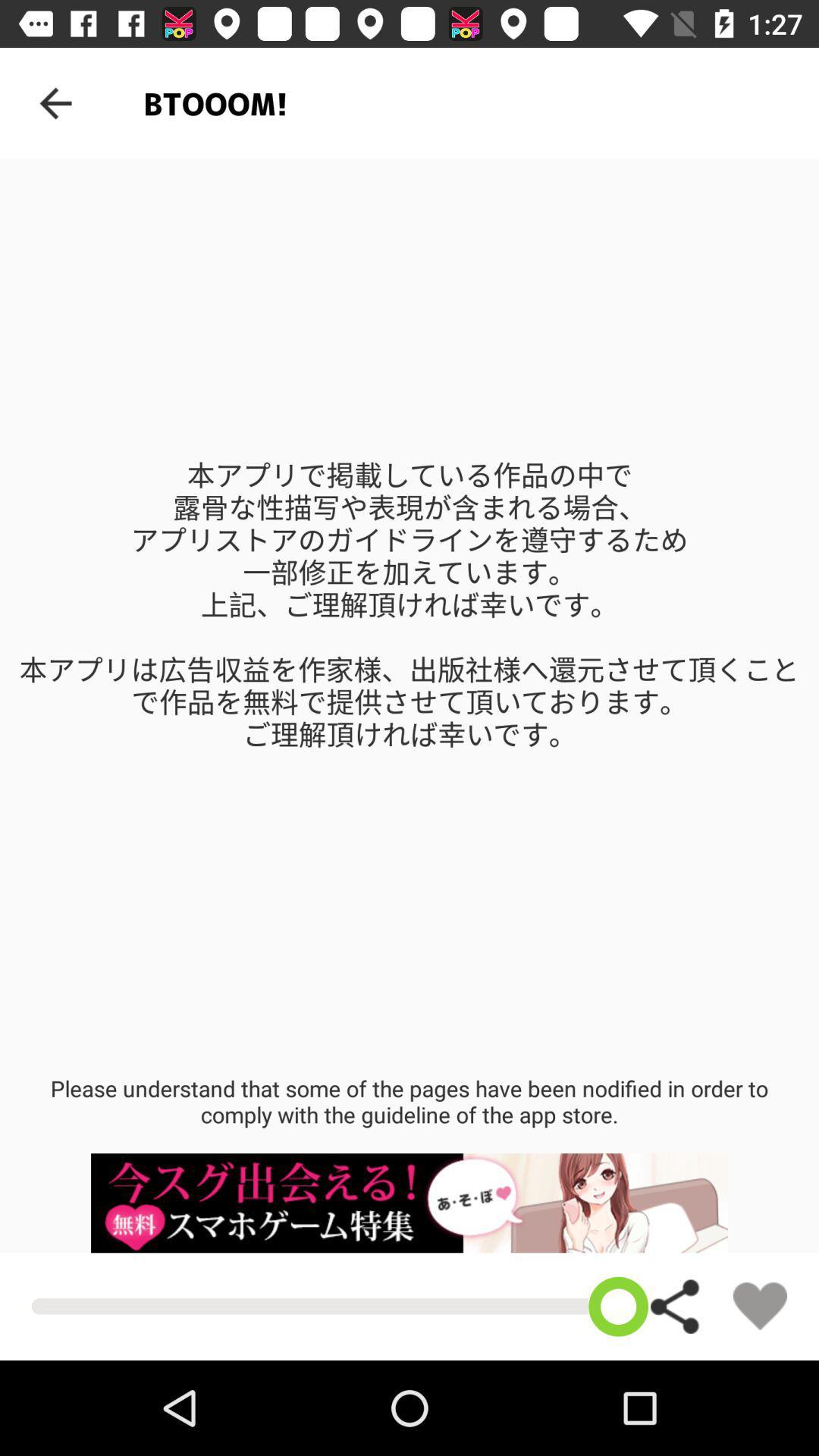 This screenshot has width=819, height=1456. I want to click on go back, so click(55, 102).